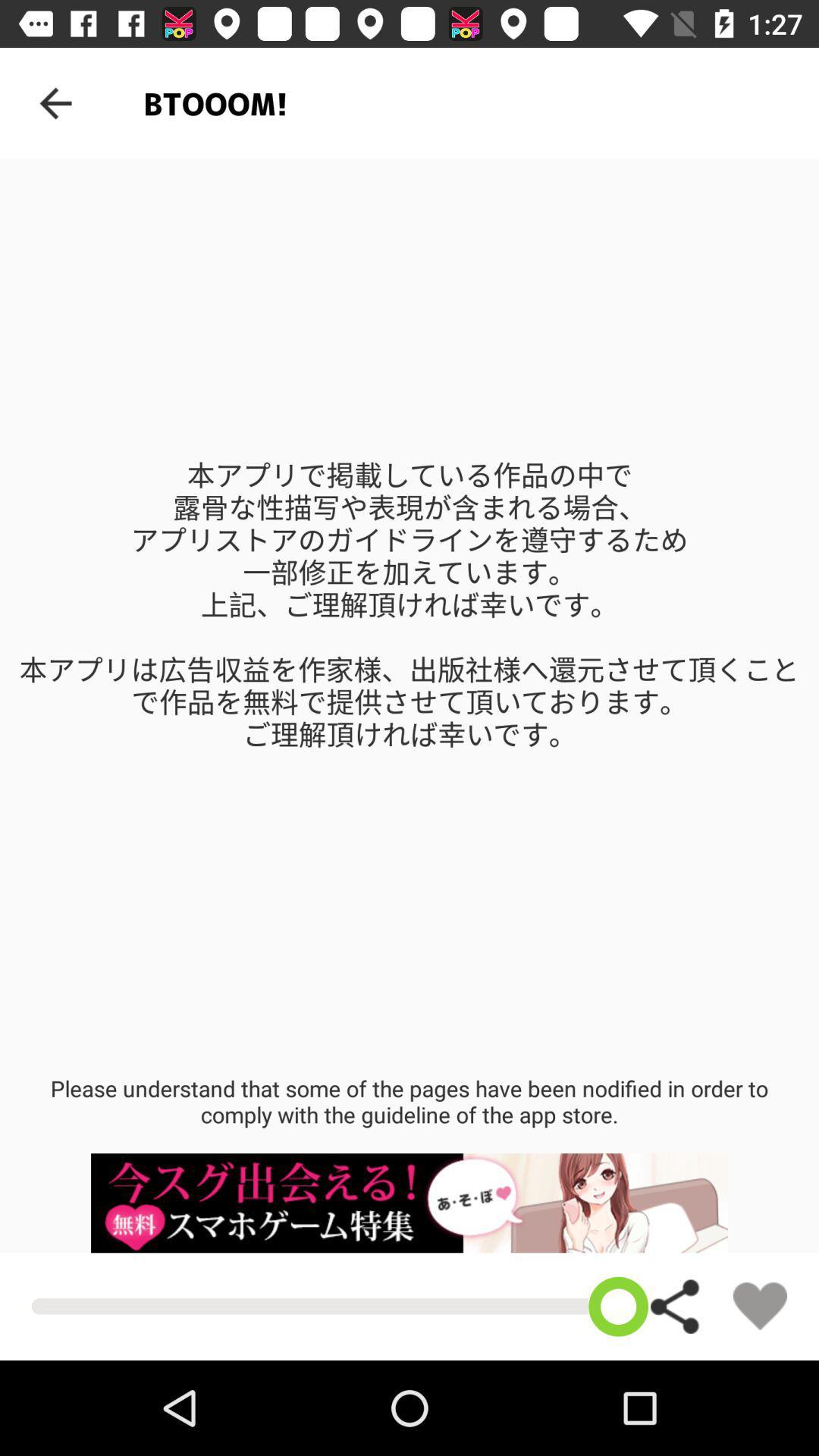 This screenshot has width=819, height=1456. I want to click on go back, so click(55, 102).